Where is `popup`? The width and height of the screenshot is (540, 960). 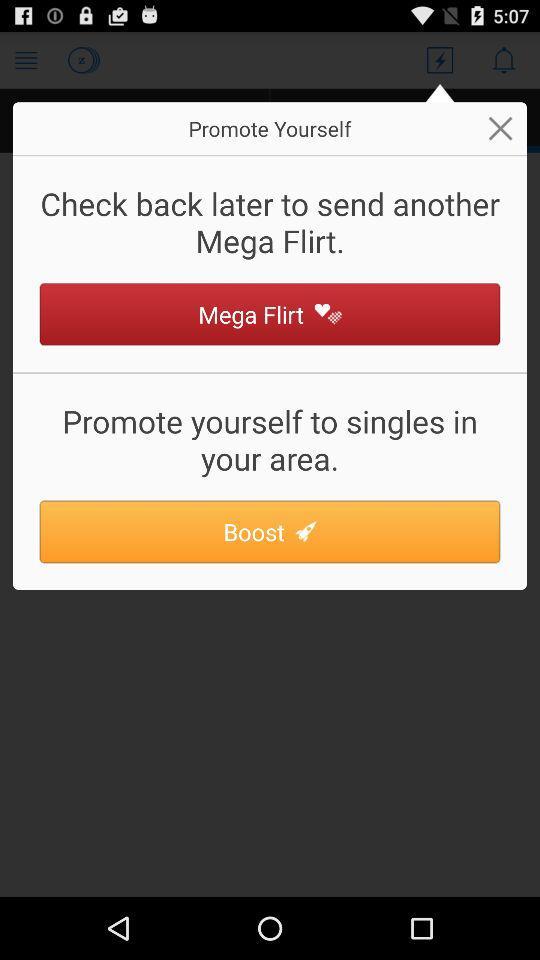
popup is located at coordinates (499, 127).